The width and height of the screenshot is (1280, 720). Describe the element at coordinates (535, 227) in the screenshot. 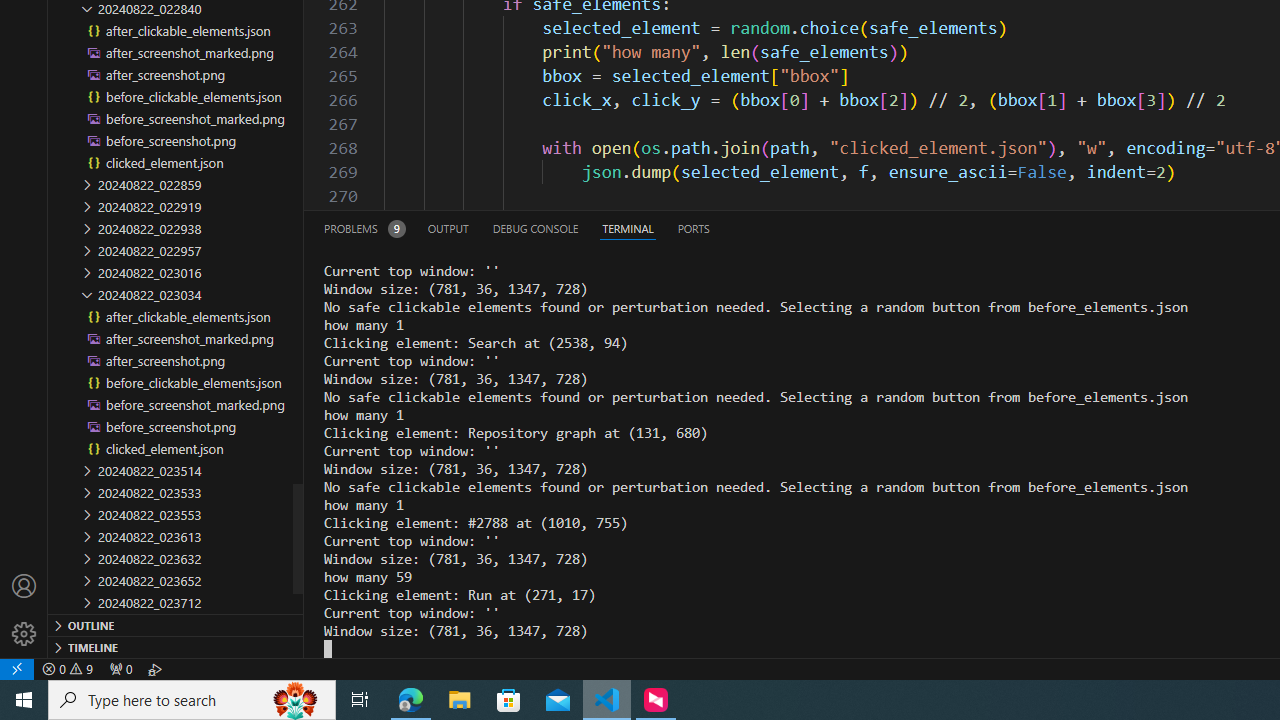

I see `'Debug Console (Ctrl+Shift+Y)'` at that location.